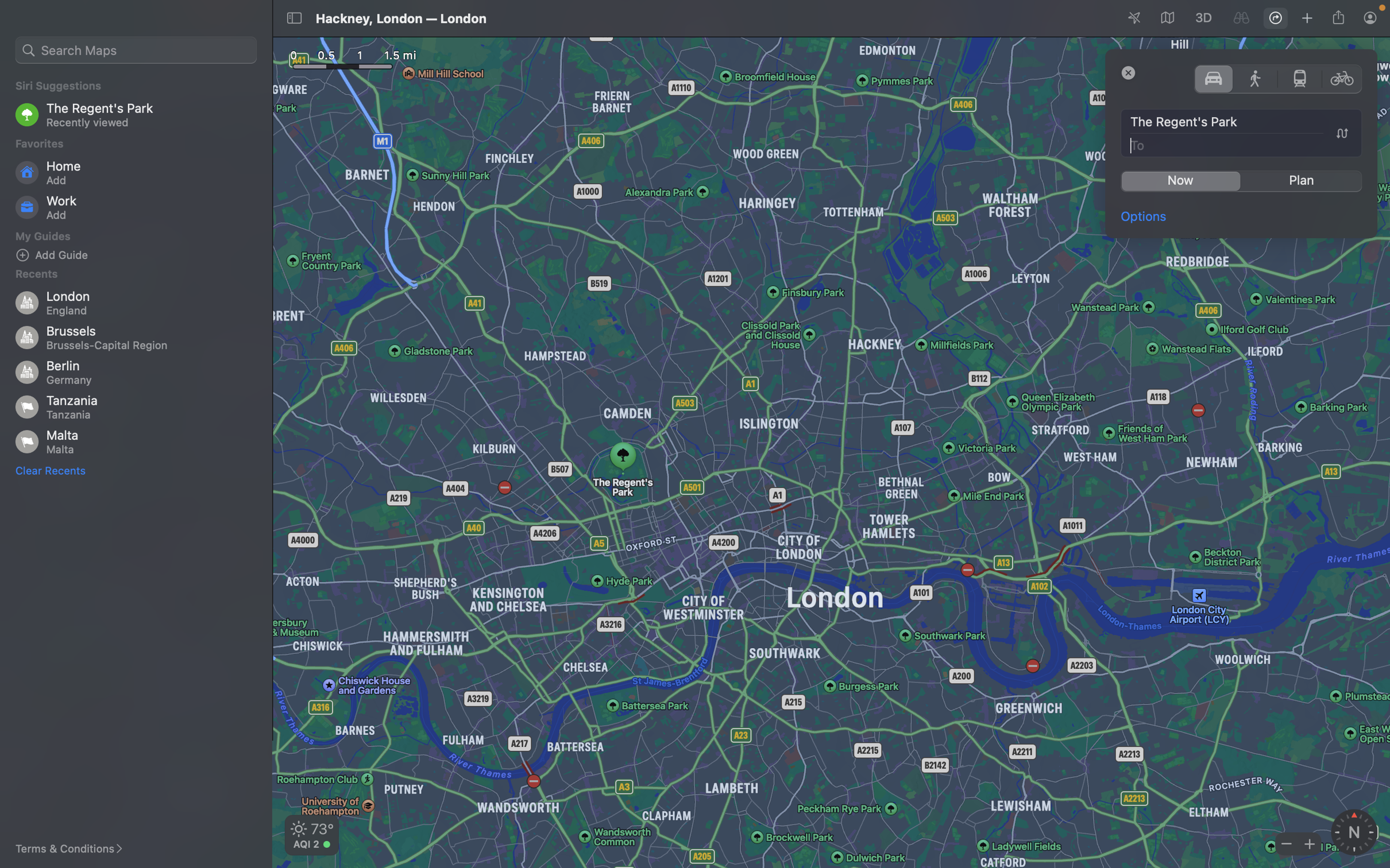  What do you see at coordinates (1341, 133) in the screenshot?
I see `Interchange the start and end points in the direction panel` at bounding box center [1341, 133].